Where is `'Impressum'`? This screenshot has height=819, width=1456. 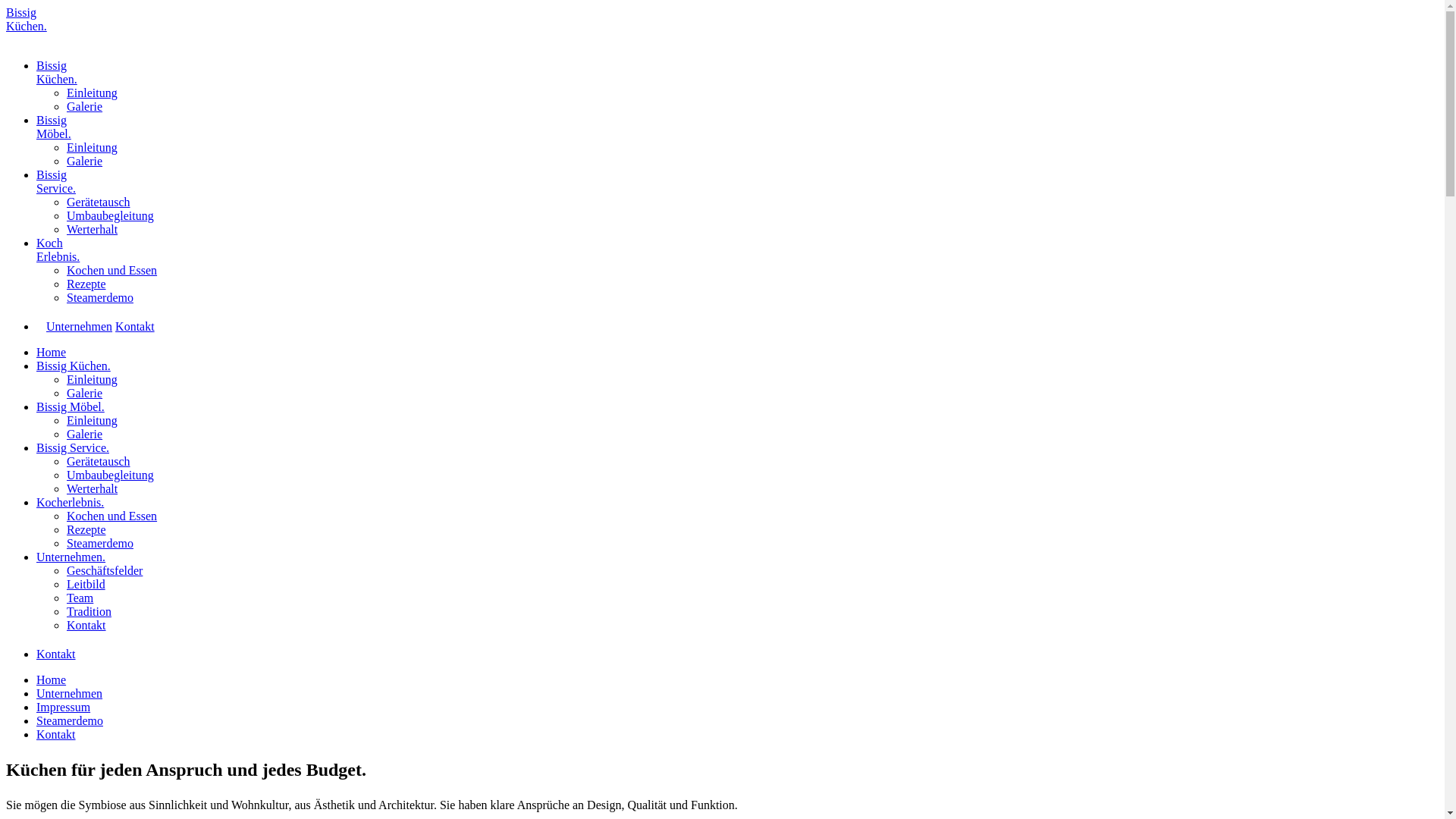 'Impressum' is located at coordinates (62, 707).